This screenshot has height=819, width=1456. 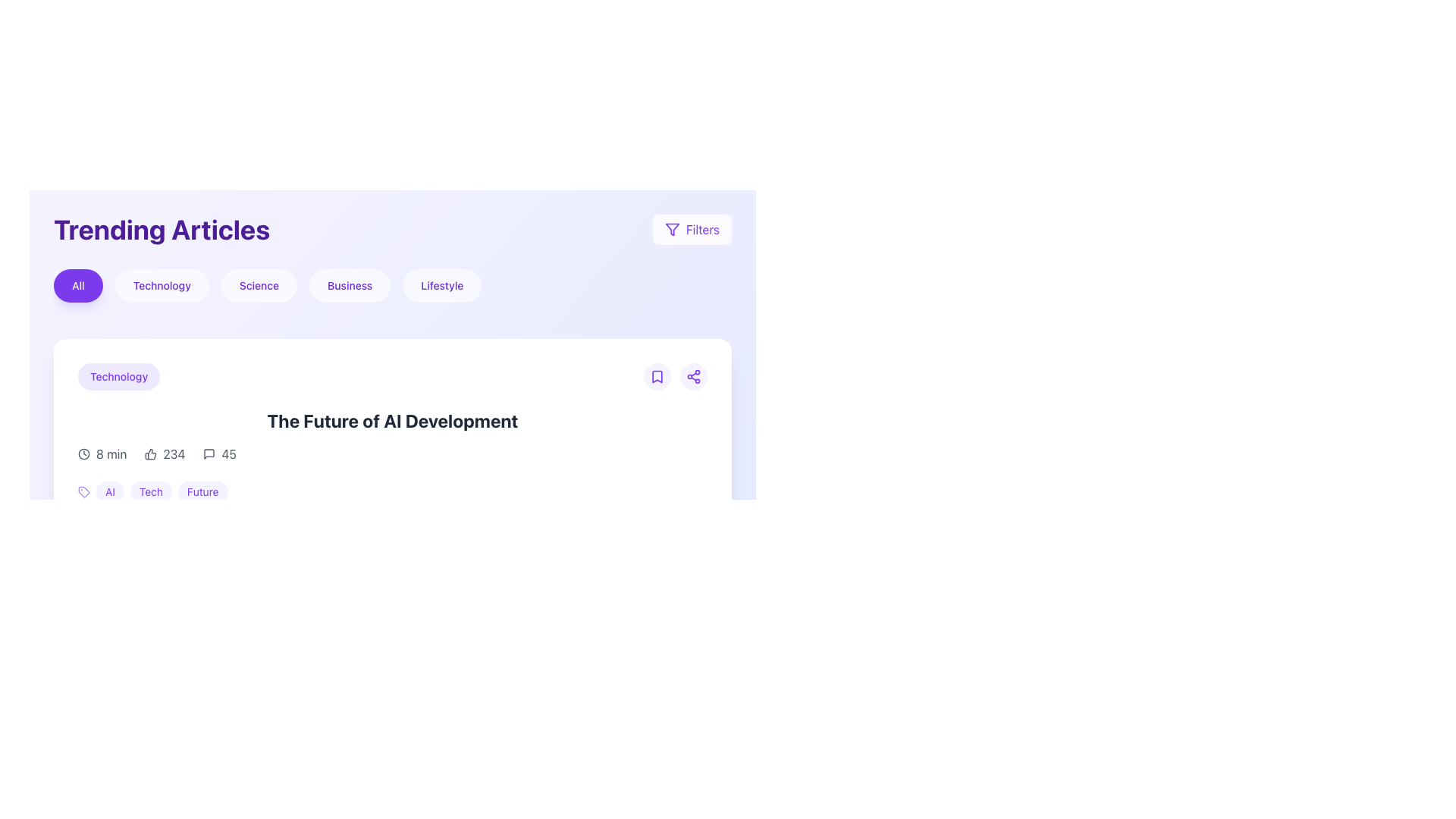 I want to click on the tag labeled 'Future', which is a pill-shaped violet background with bold violet text, positioned to the right of the 'AI' and 'Tech' tags, so click(x=202, y=491).